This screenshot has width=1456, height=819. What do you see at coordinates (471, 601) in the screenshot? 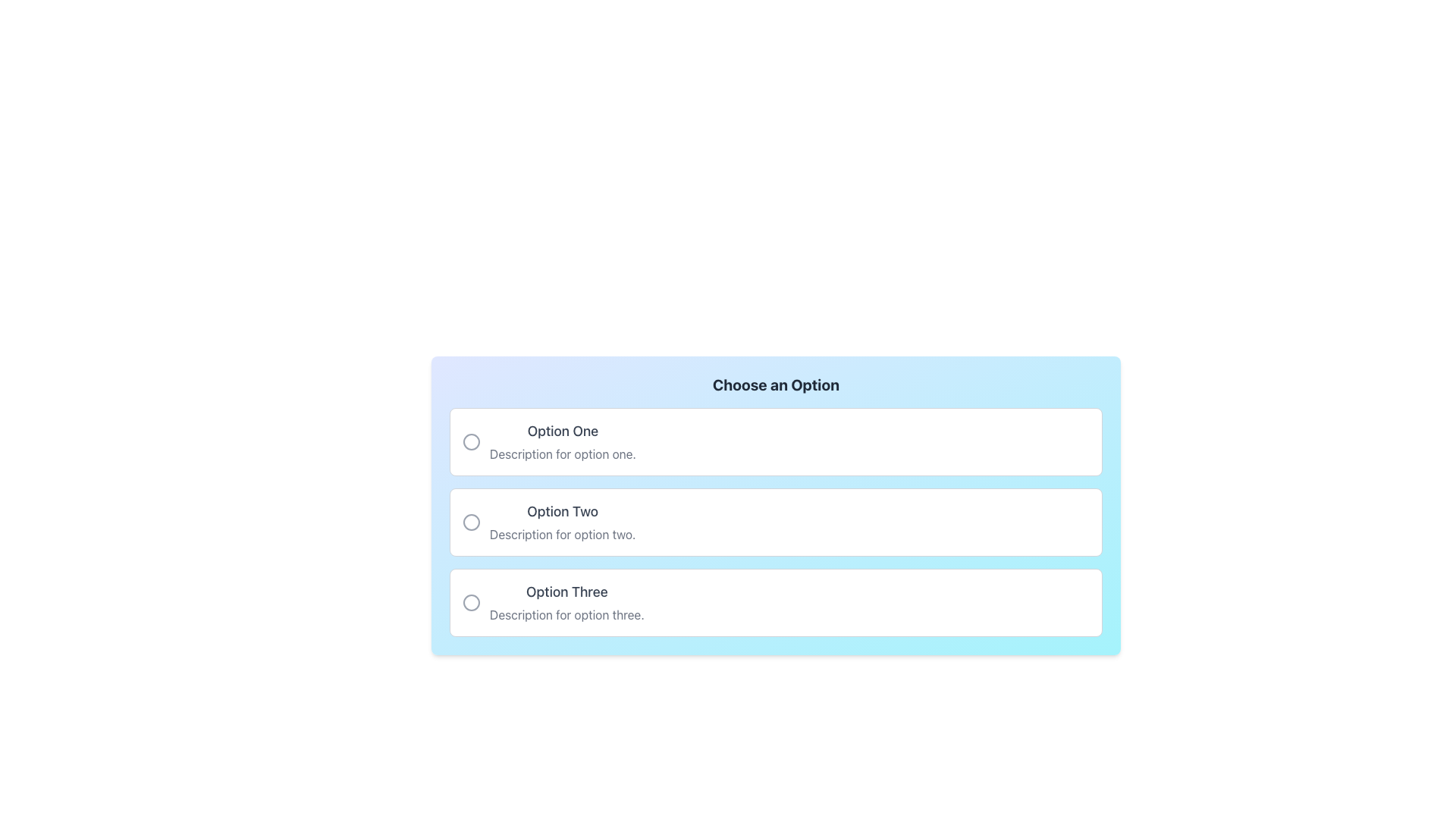
I see `the circular radio button icon that is part of the 'Option Three' row` at bounding box center [471, 601].